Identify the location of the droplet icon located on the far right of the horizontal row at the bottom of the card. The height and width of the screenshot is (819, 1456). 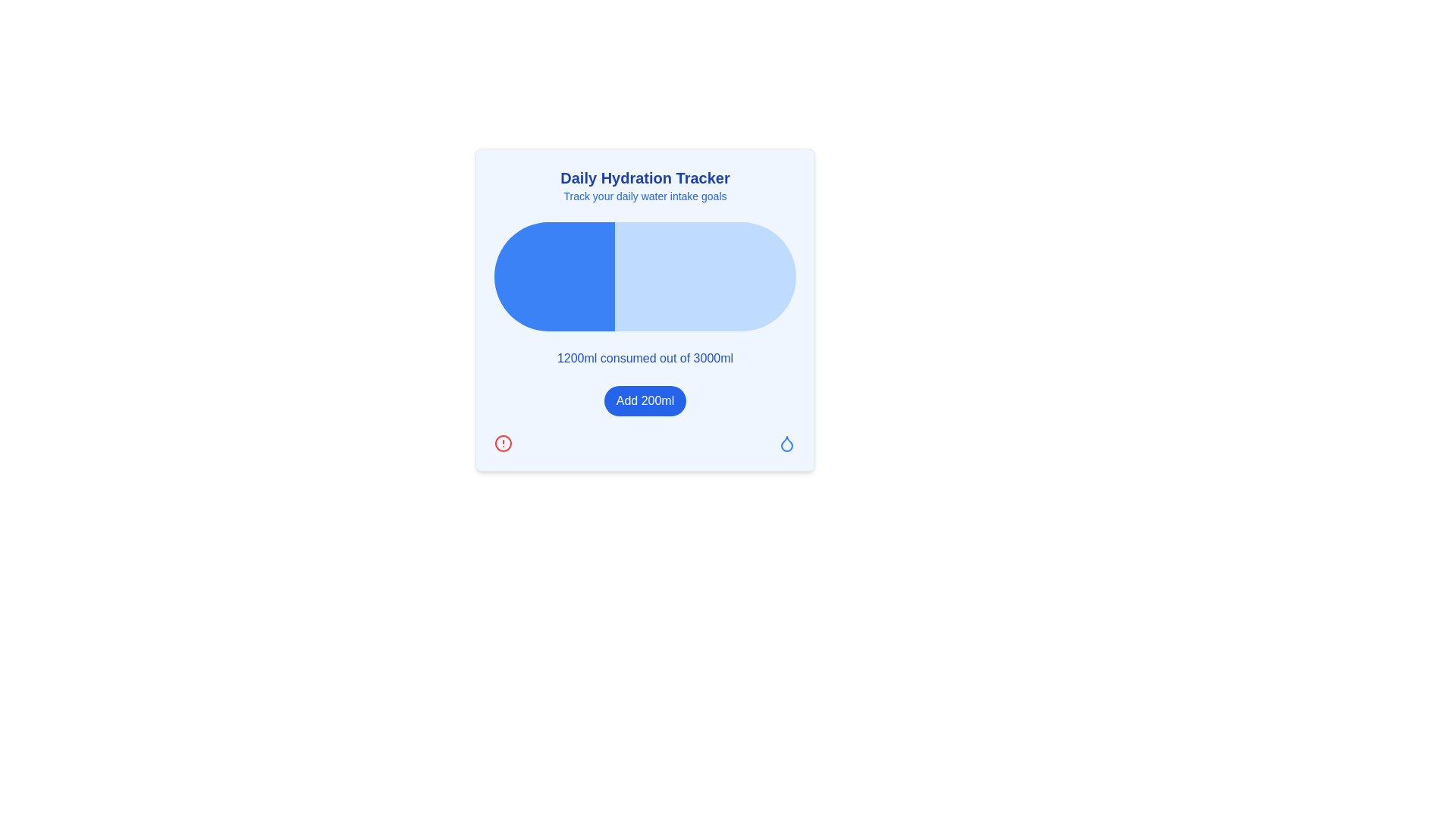
(786, 444).